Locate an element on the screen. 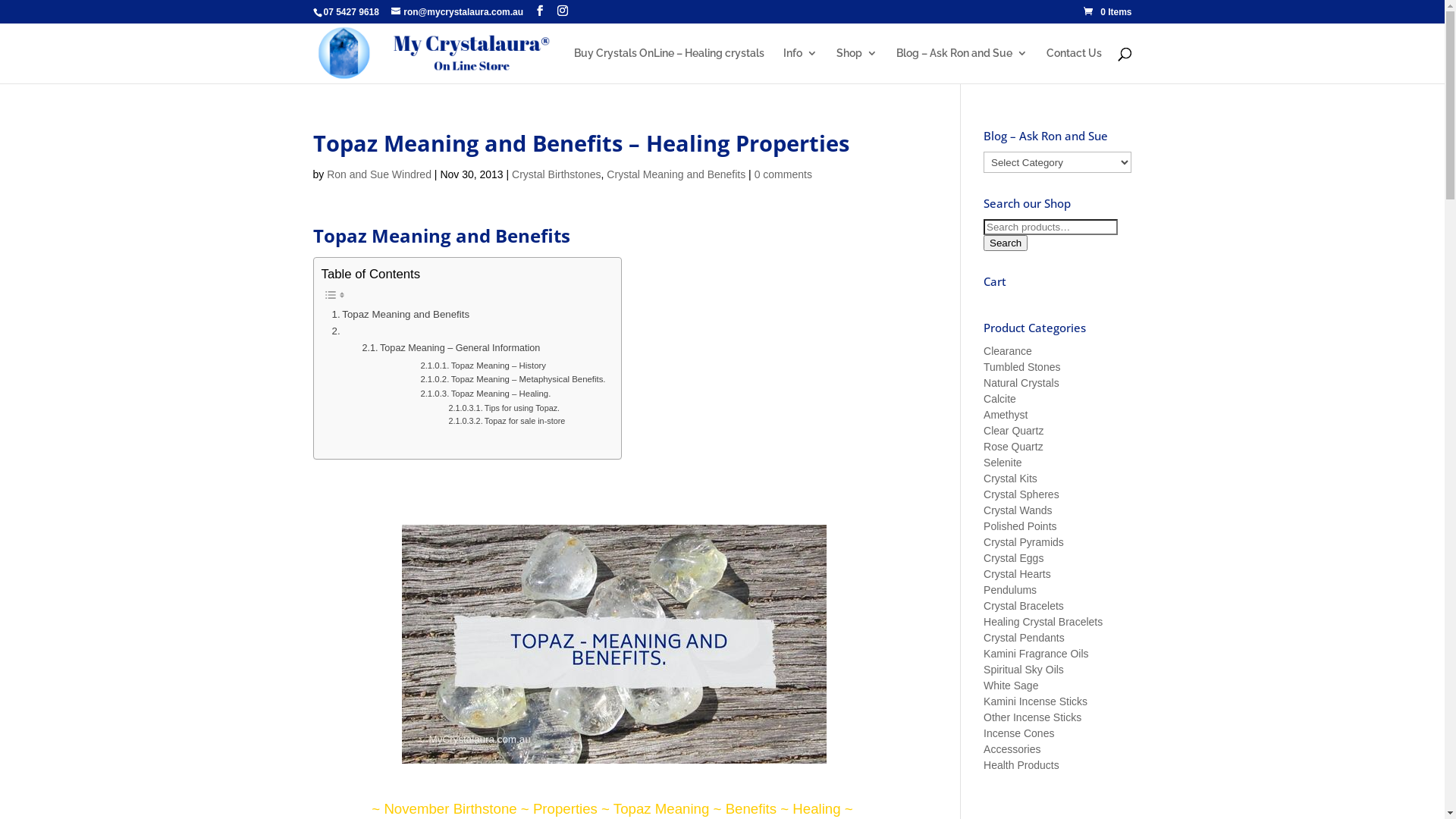  'Clearance' is located at coordinates (1008, 350).